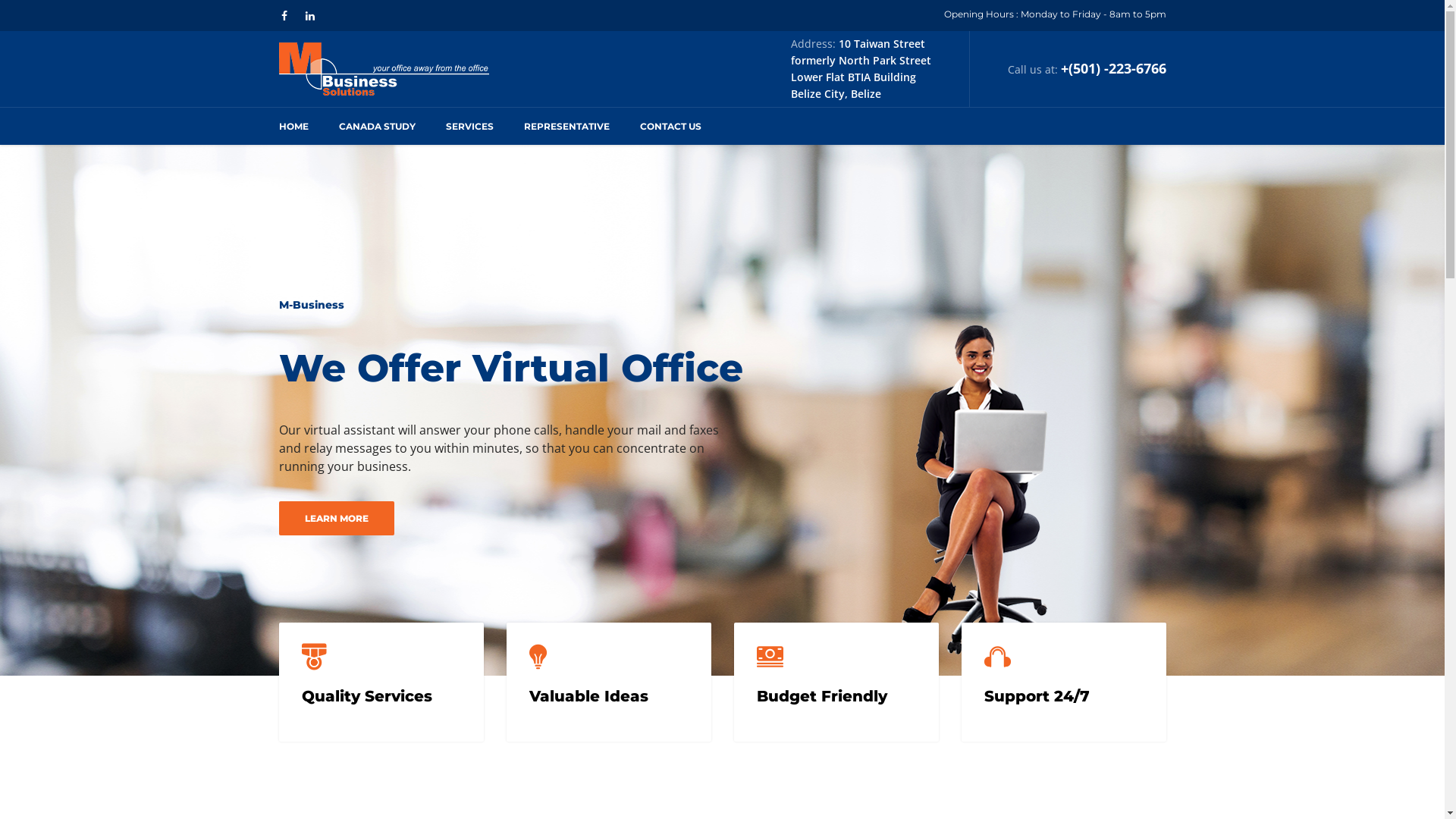 The width and height of the screenshot is (1456, 819). What do you see at coordinates (279, 125) in the screenshot?
I see `'HOME'` at bounding box center [279, 125].